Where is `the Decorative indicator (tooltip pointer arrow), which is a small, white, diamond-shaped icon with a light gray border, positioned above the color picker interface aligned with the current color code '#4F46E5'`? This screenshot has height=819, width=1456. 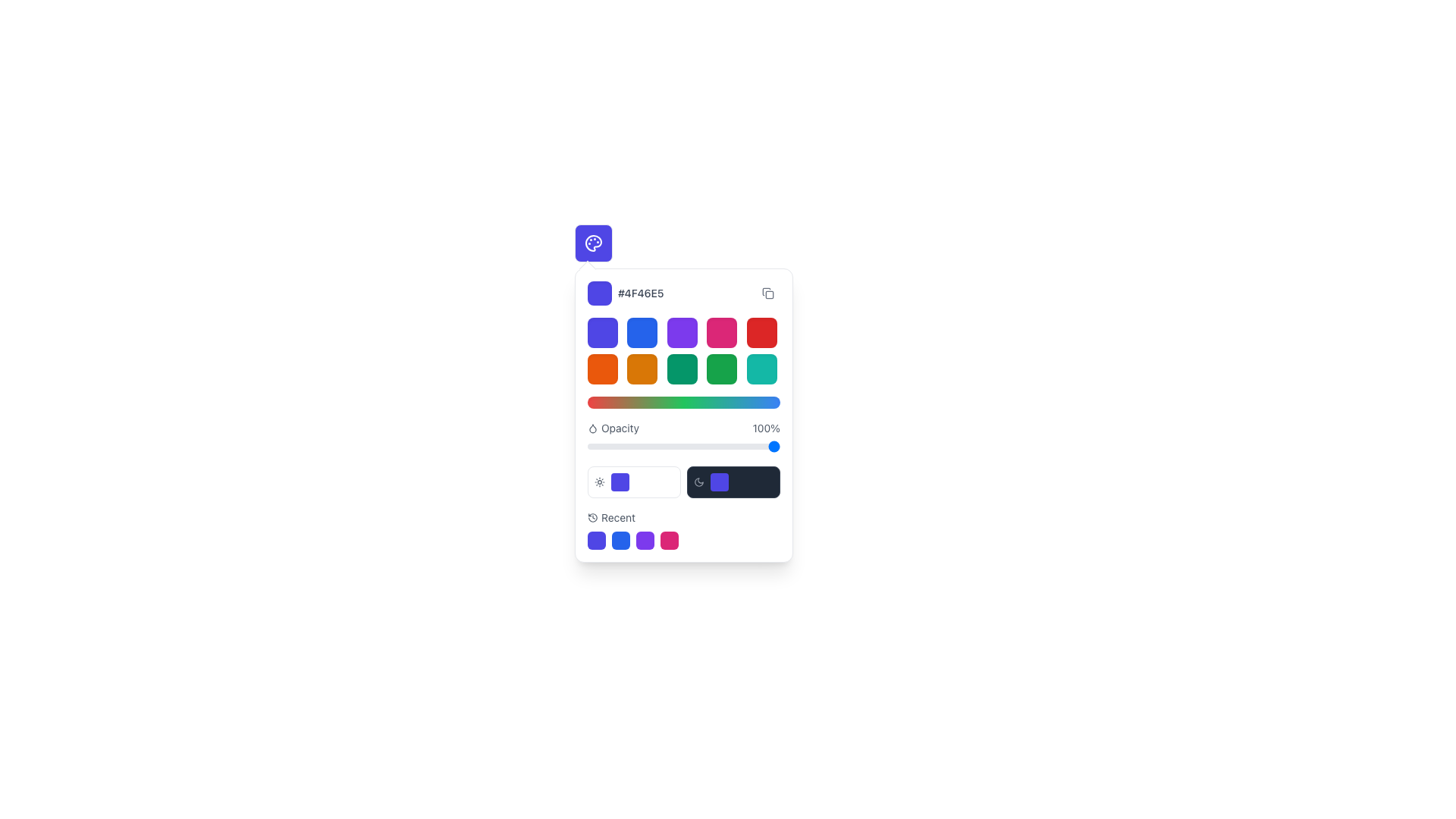 the Decorative indicator (tooltip pointer arrow), which is a small, white, diamond-shaped icon with a light gray border, positioned above the color picker interface aligned with the current color code '#4F46E5' is located at coordinates (586, 268).